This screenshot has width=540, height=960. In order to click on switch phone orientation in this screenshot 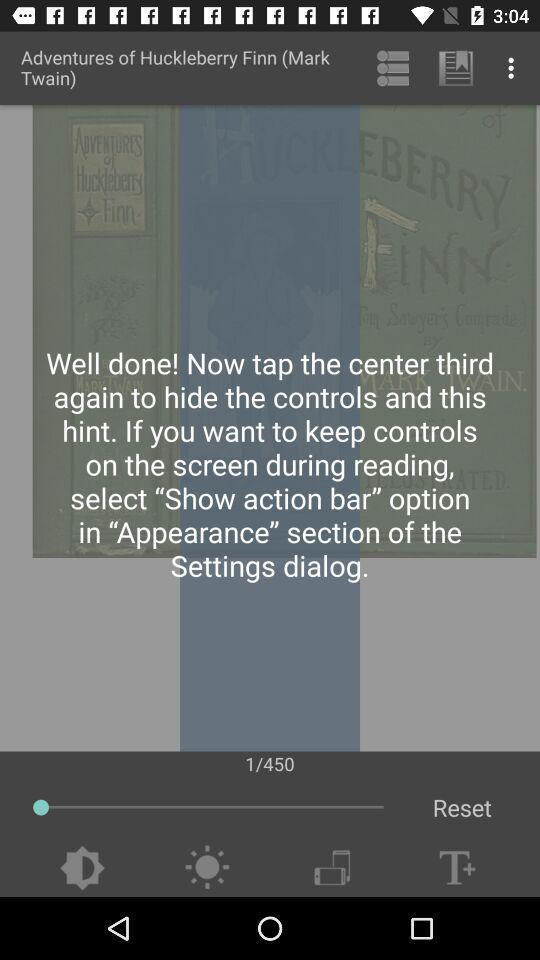, I will do `click(332, 867)`.